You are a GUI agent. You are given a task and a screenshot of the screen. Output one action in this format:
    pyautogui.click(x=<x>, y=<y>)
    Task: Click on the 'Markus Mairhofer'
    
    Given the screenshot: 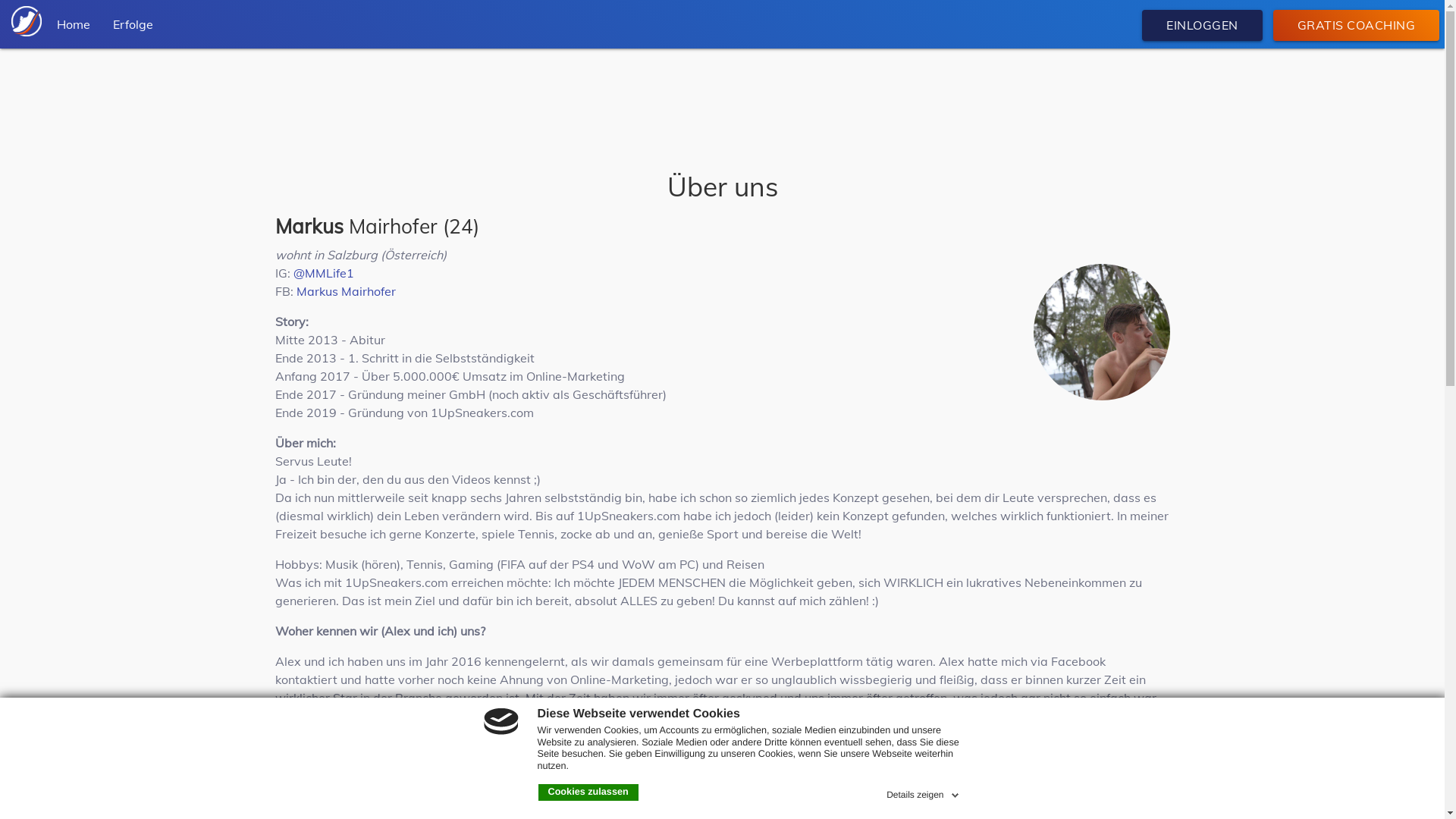 What is the action you would take?
    pyautogui.click(x=344, y=291)
    